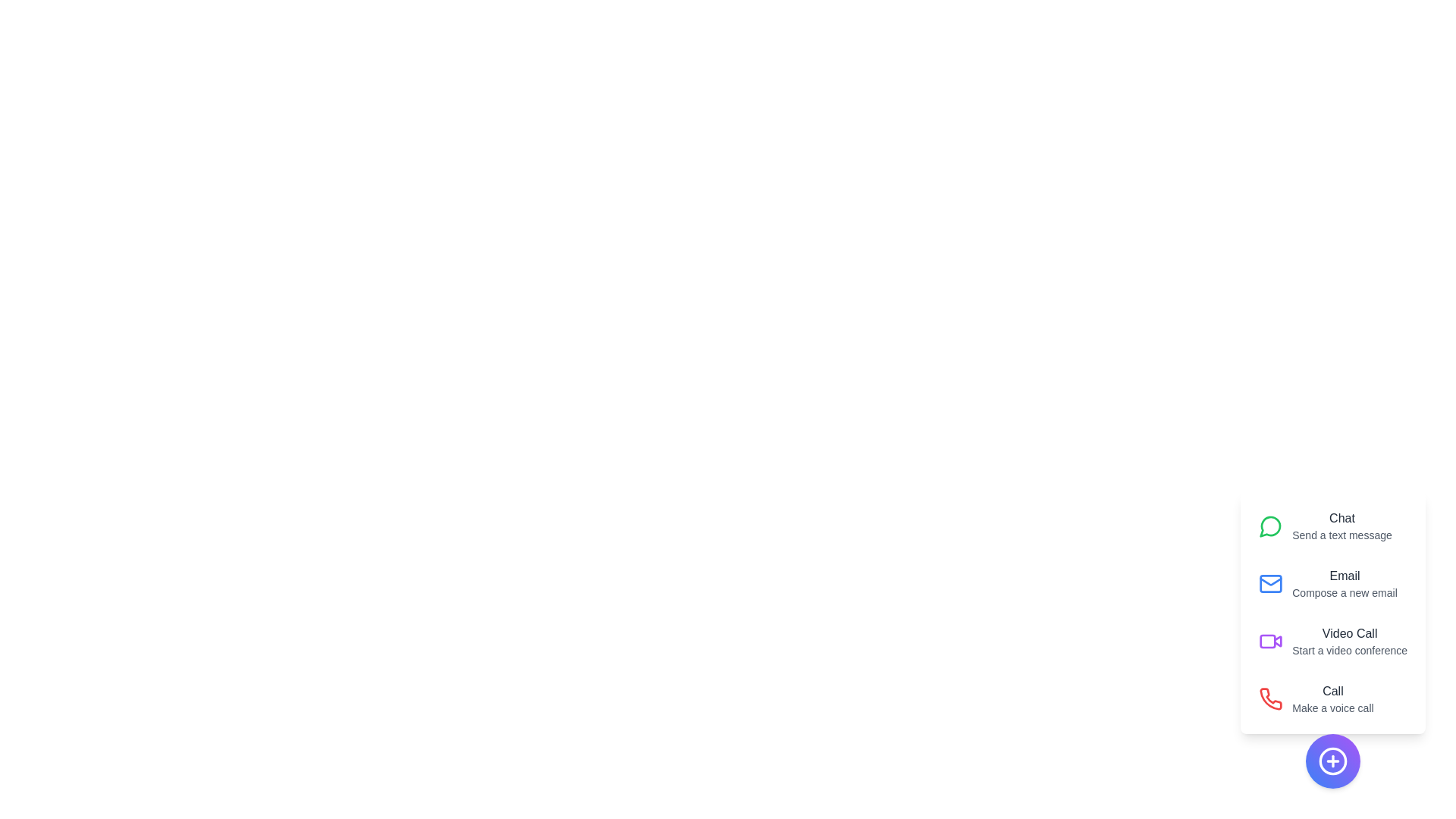  What do you see at coordinates (1332, 761) in the screenshot?
I see `floating action button to toggle the visibility of the communication speed dial menu` at bounding box center [1332, 761].